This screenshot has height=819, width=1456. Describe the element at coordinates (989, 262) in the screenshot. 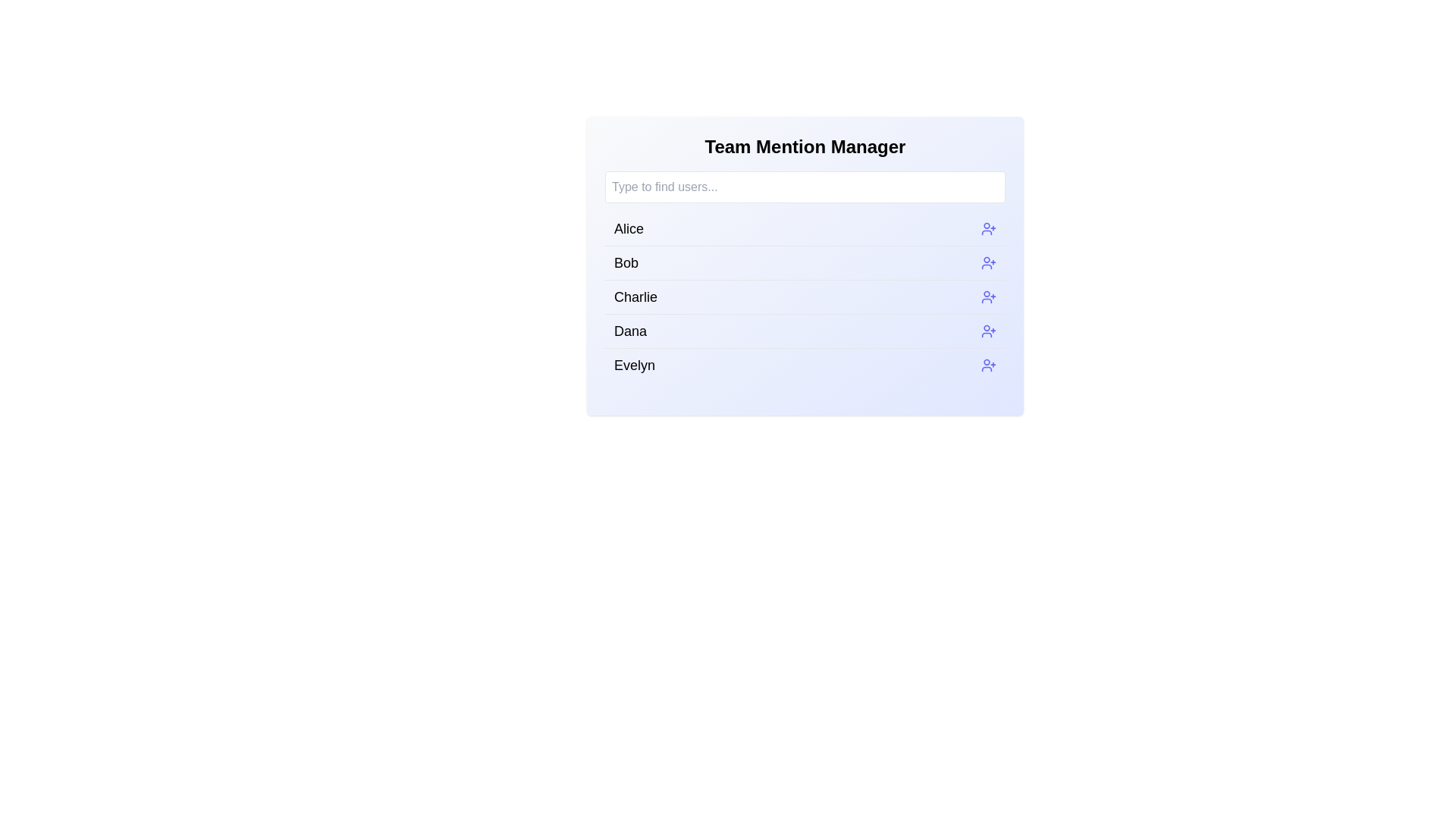

I see `the Icon Button located immediately to the right of the text 'Bob' in the 'Team Mention Manager' section` at that location.